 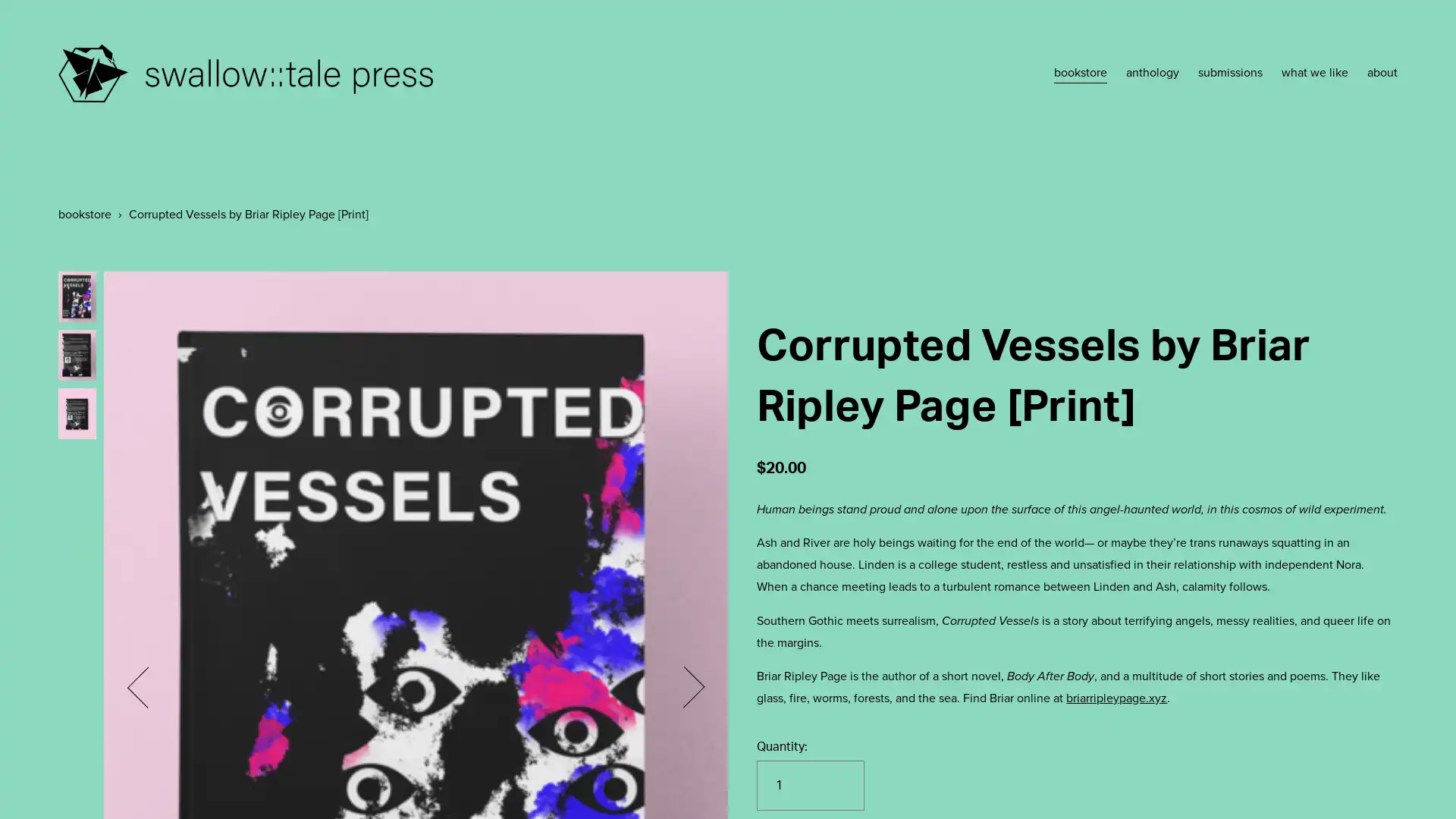 What do you see at coordinates (75, 413) in the screenshot?
I see `Image 3 of 3` at bounding box center [75, 413].